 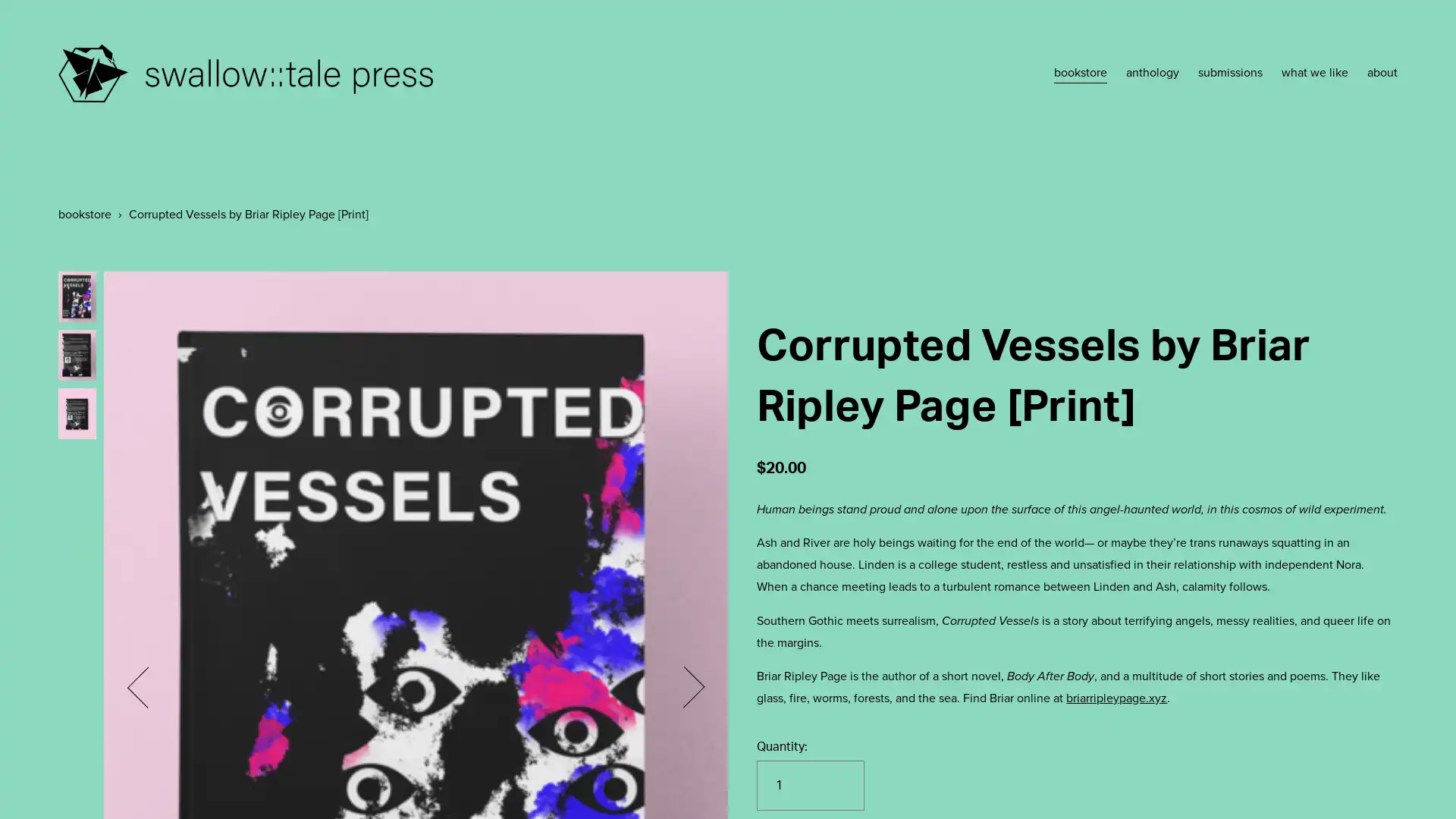 What do you see at coordinates (75, 413) in the screenshot?
I see `Image 3 of 3` at bounding box center [75, 413].